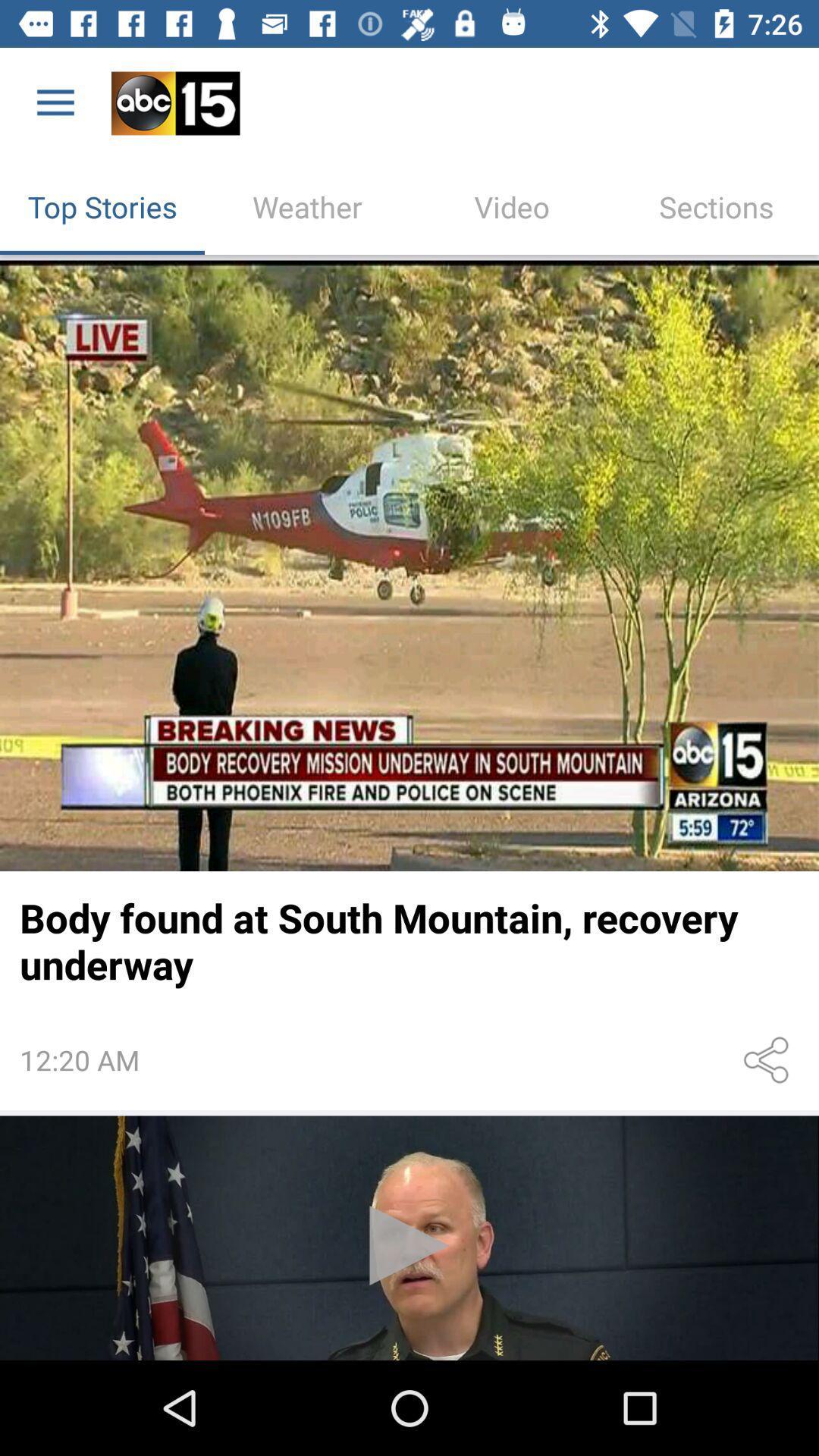 The height and width of the screenshot is (1456, 819). I want to click on the image next to the menu icon, so click(174, 103).